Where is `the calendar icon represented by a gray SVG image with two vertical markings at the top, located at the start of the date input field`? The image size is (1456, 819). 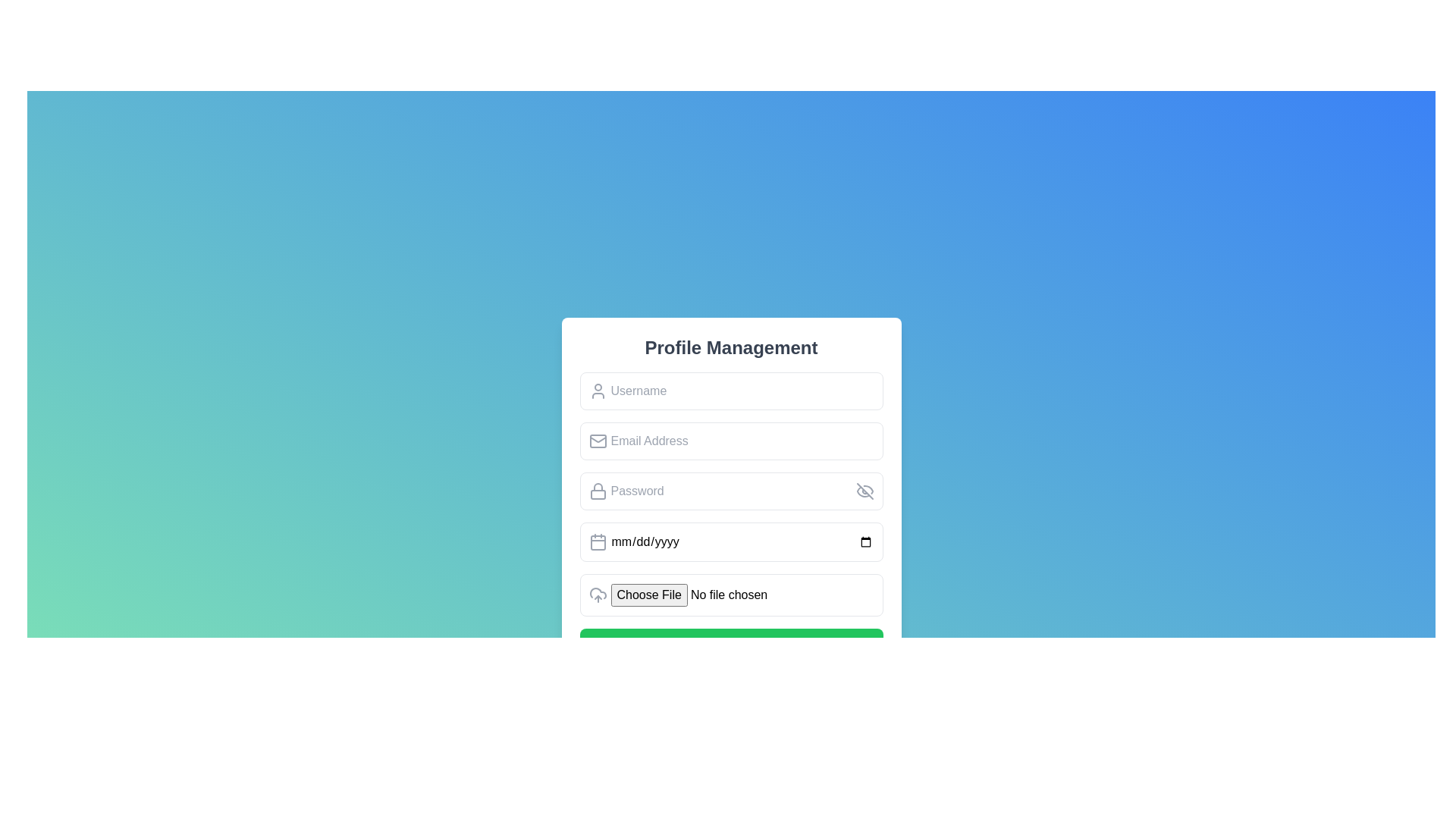
the calendar icon represented by a gray SVG image with two vertical markings at the top, located at the start of the date input field is located at coordinates (597, 541).